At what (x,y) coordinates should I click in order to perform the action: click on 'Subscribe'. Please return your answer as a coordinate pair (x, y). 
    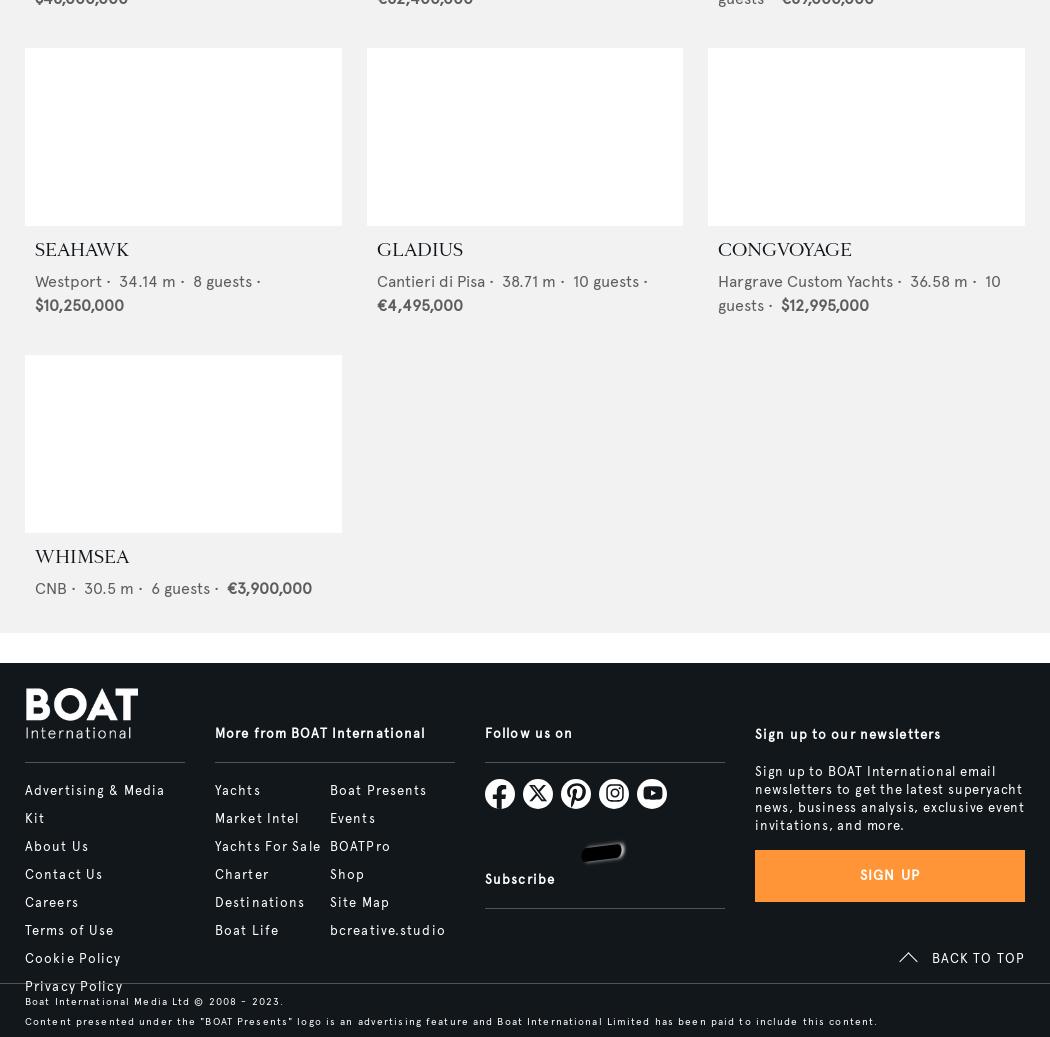
    Looking at the image, I should click on (518, 879).